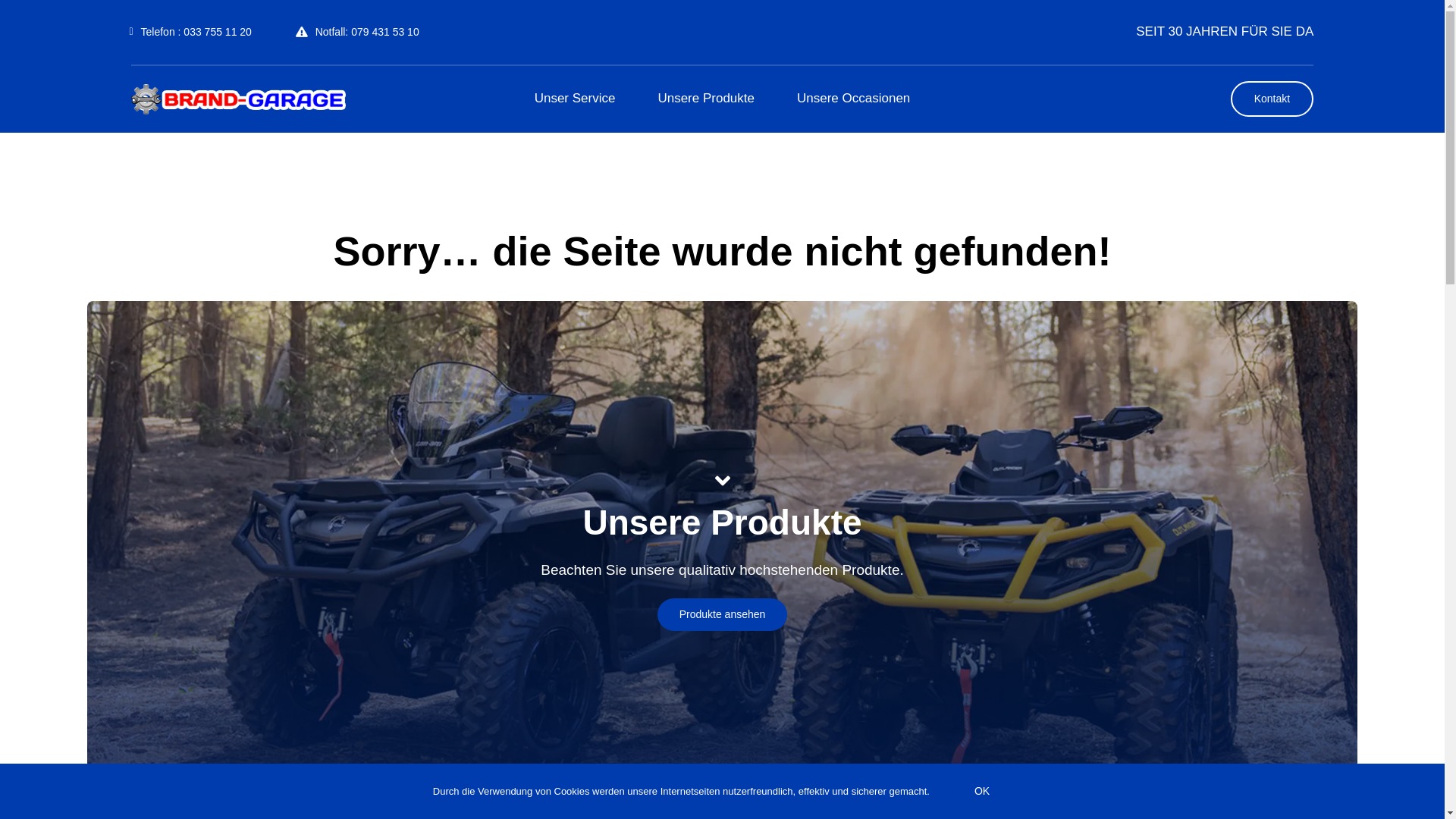 This screenshot has width=1456, height=819. I want to click on 'Kontakt', so click(1272, 99).